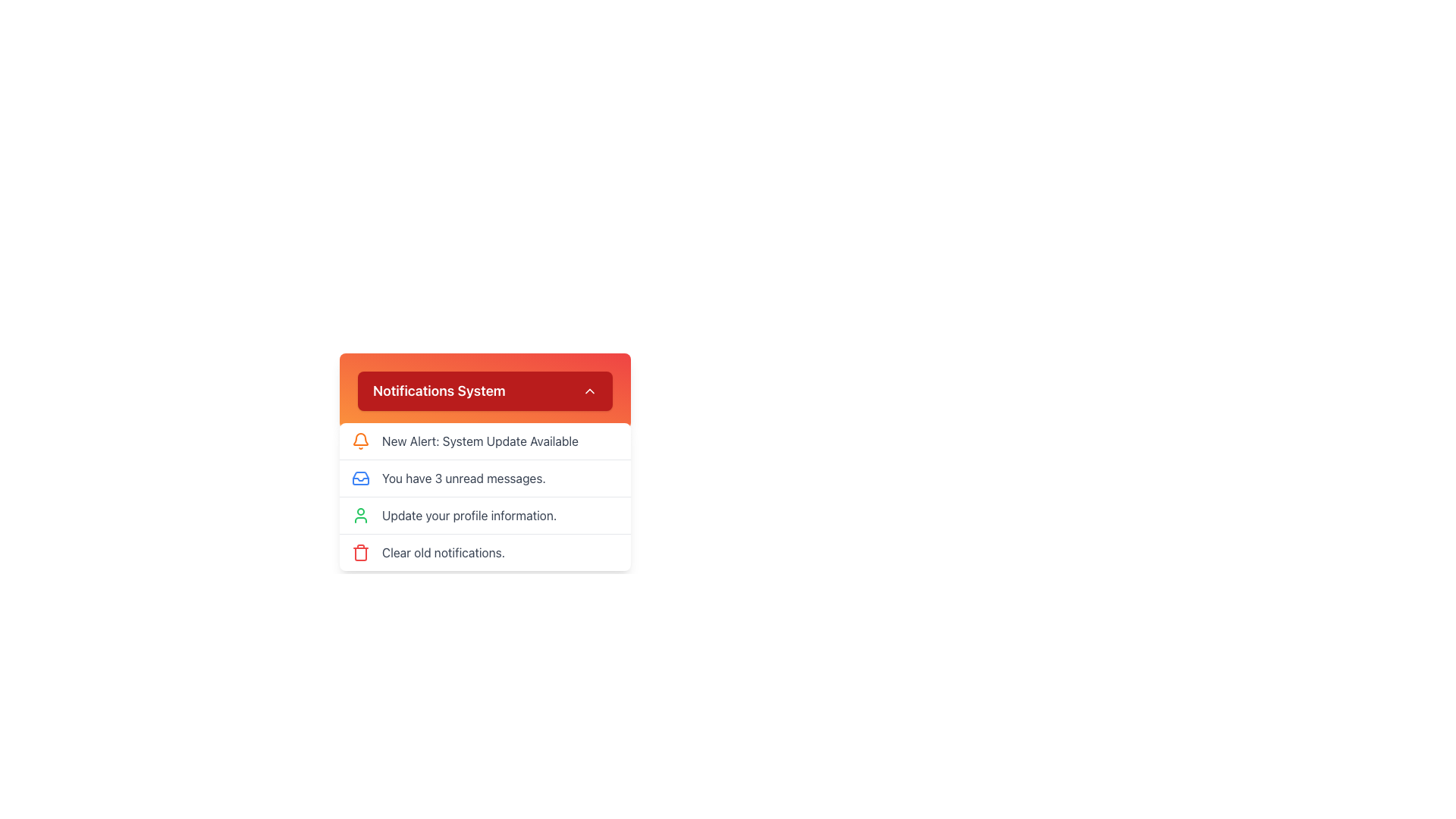  What do you see at coordinates (359, 479) in the screenshot?
I see `the notification icon that indicates new or unread messages, located to the left of the text 'You have 3 unread messages.'` at bounding box center [359, 479].